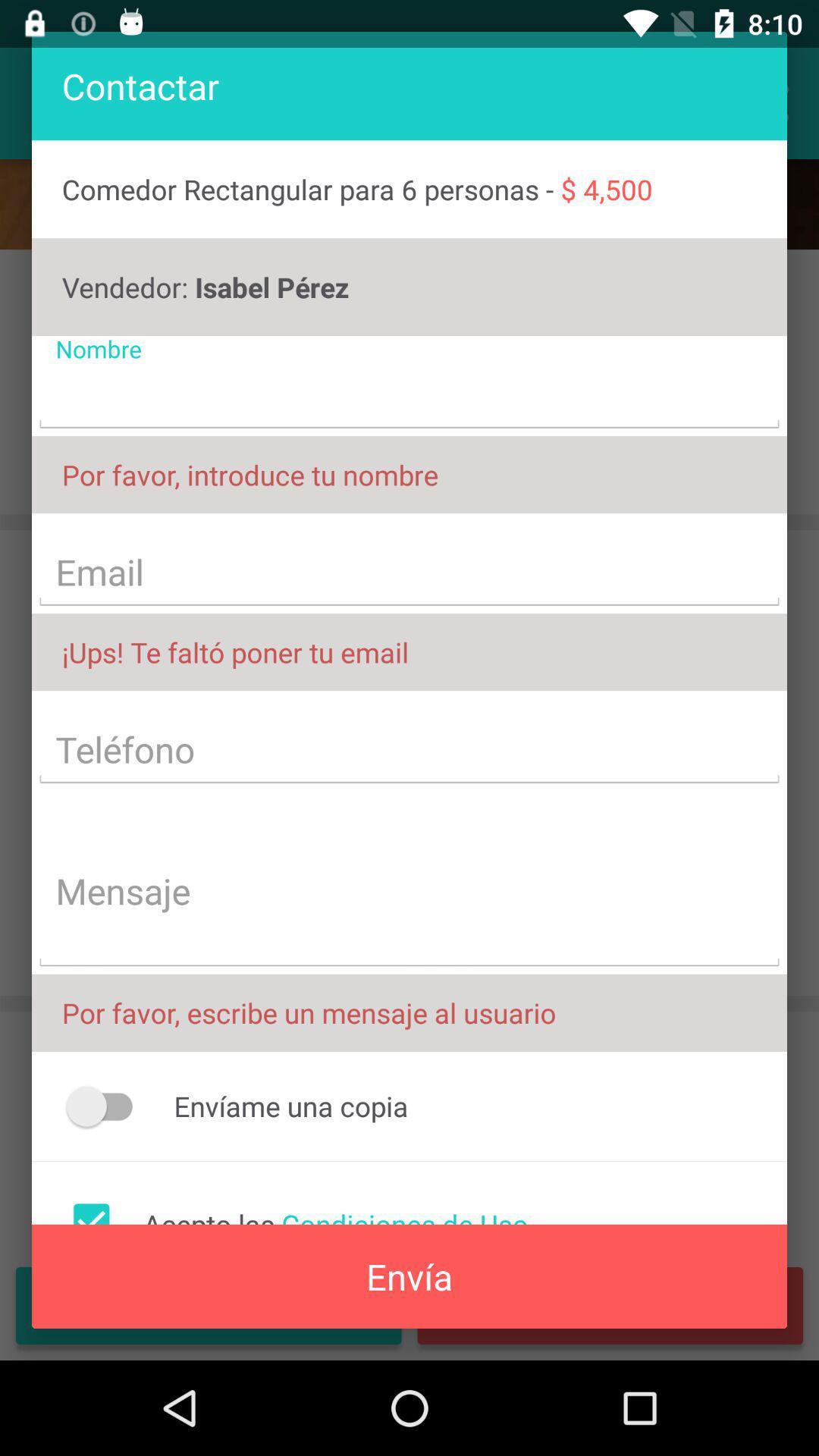  I want to click on text field with text email on page, so click(409, 573).